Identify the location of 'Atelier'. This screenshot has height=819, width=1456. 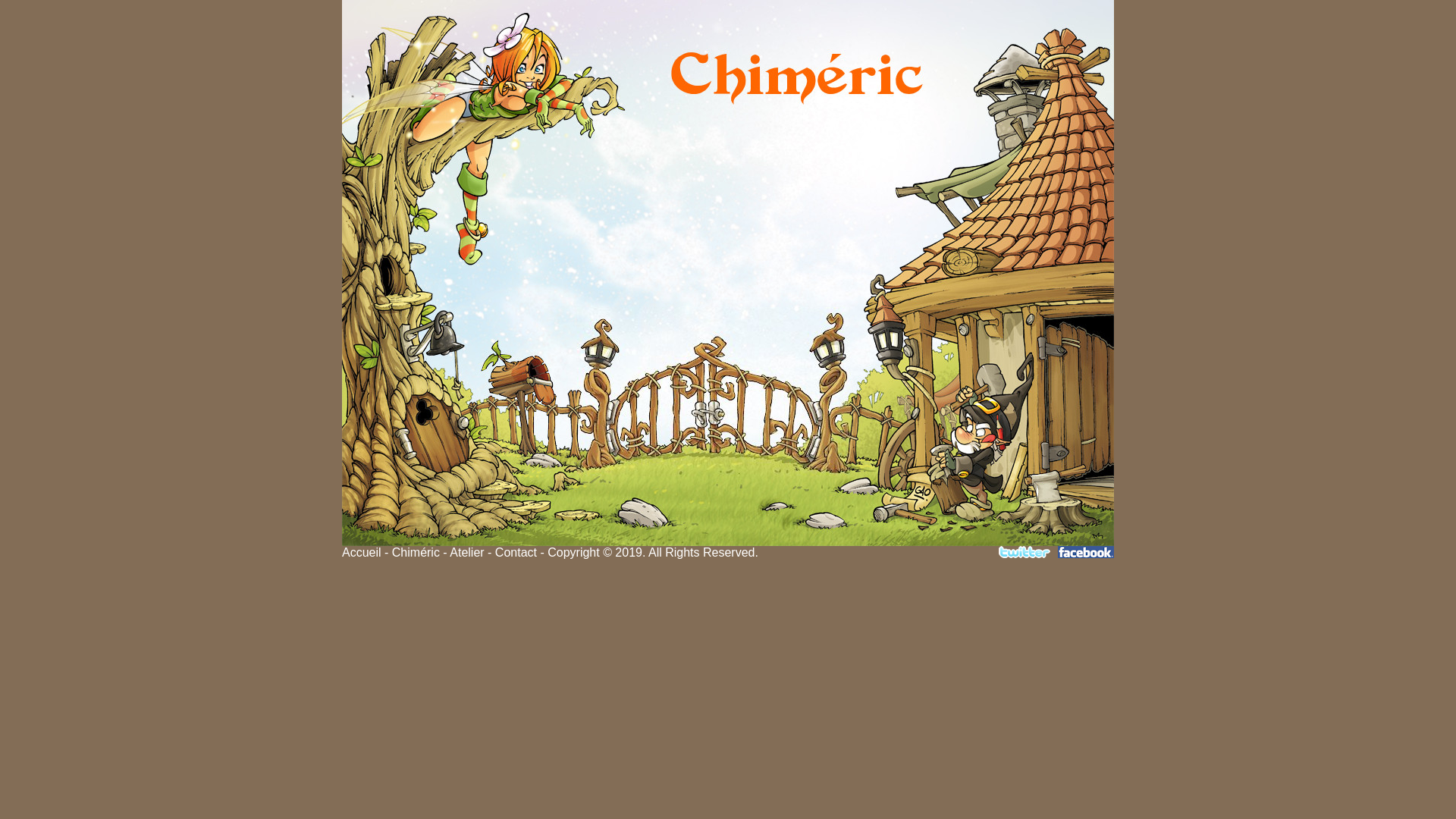
(466, 552).